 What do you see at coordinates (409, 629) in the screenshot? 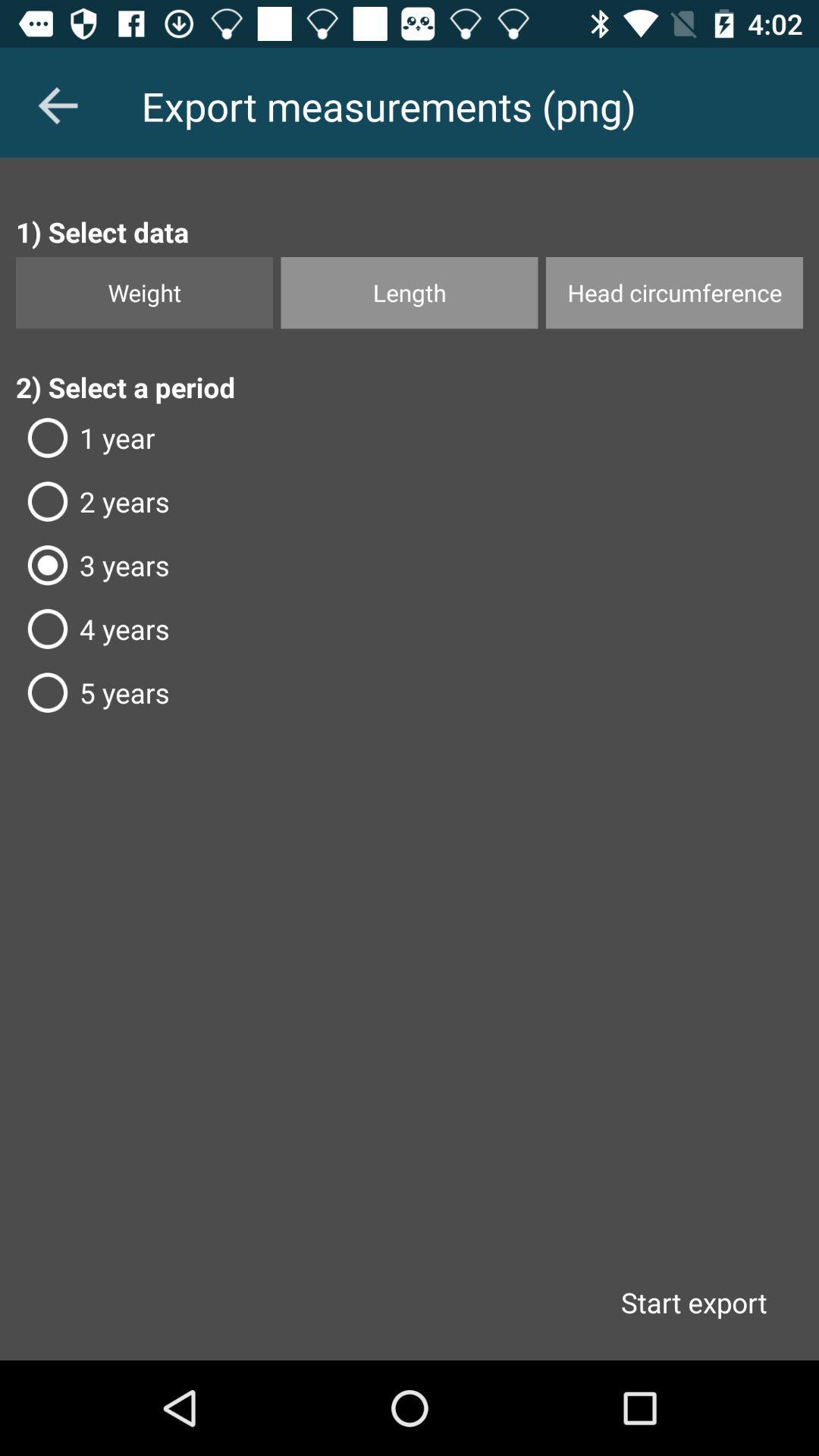
I see `icon below 3 years` at bounding box center [409, 629].